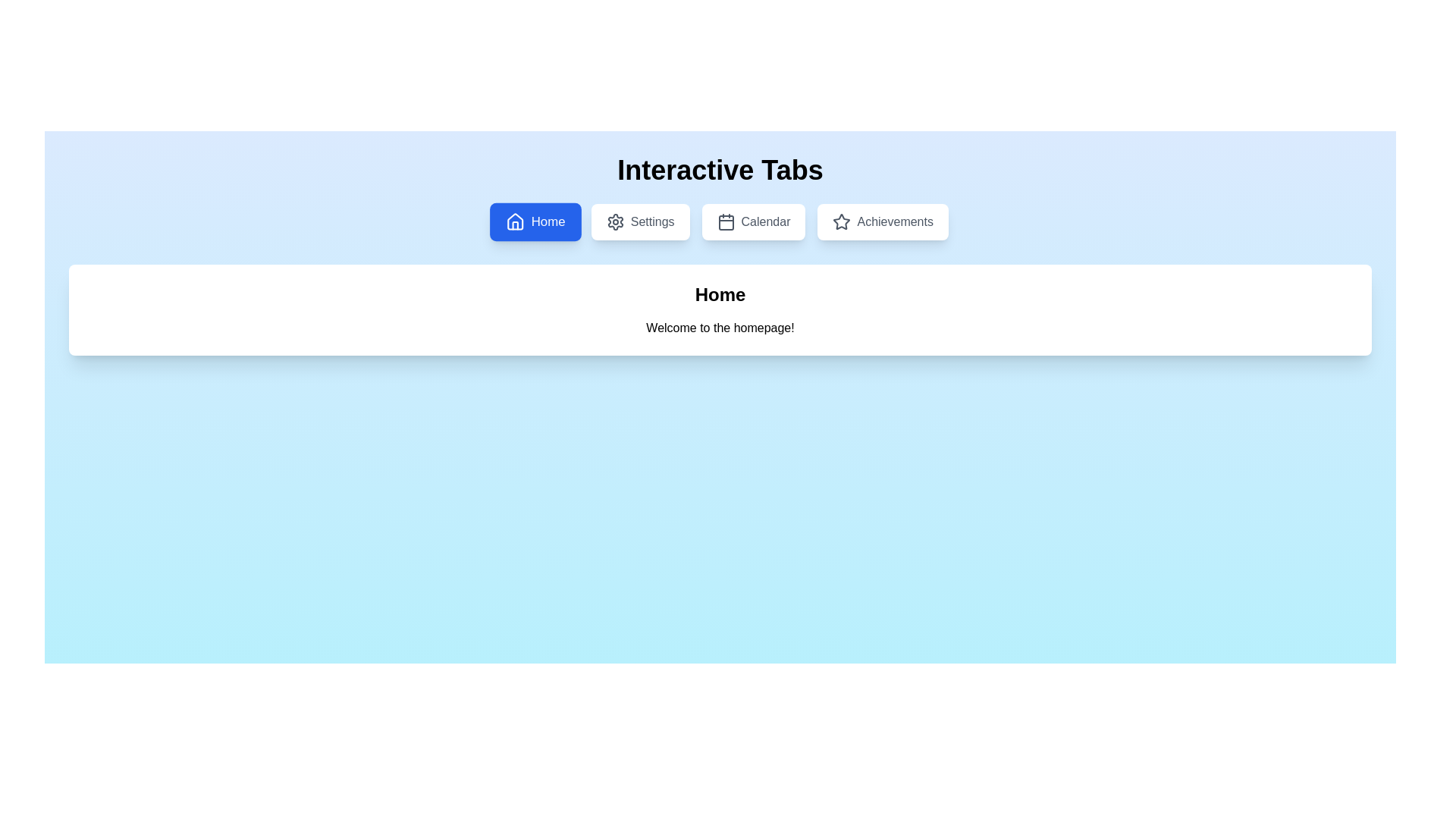 The width and height of the screenshot is (1456, 819). I want to click on the tab labeled Calendar to trigger its hover effect, so click(753, 222).